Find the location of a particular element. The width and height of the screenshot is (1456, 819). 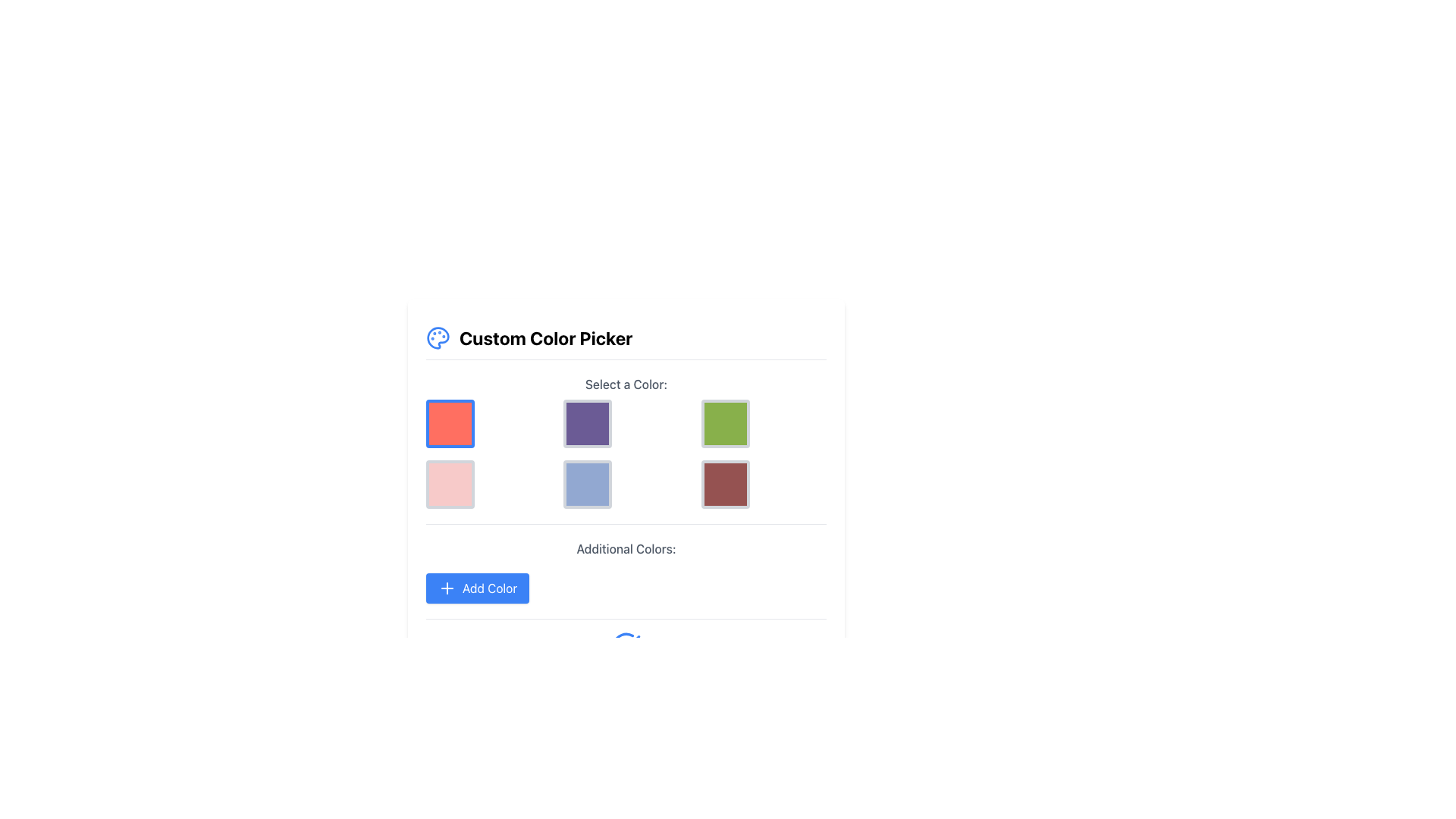

the blue painter's palette icon located to the left of the 'Custom Color Picker' header is located at coordinates (437, 337).